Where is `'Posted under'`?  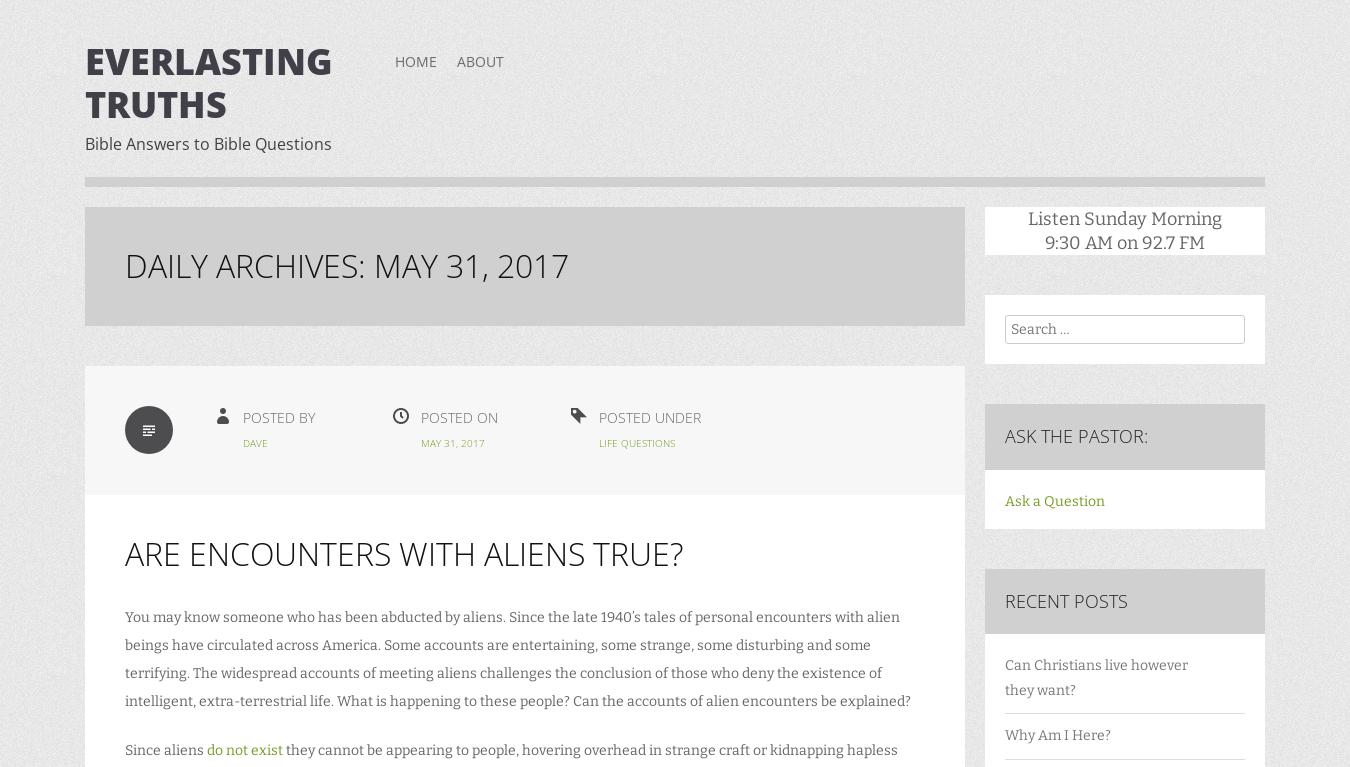 'Posted under' is located at coordinates (650, 416).